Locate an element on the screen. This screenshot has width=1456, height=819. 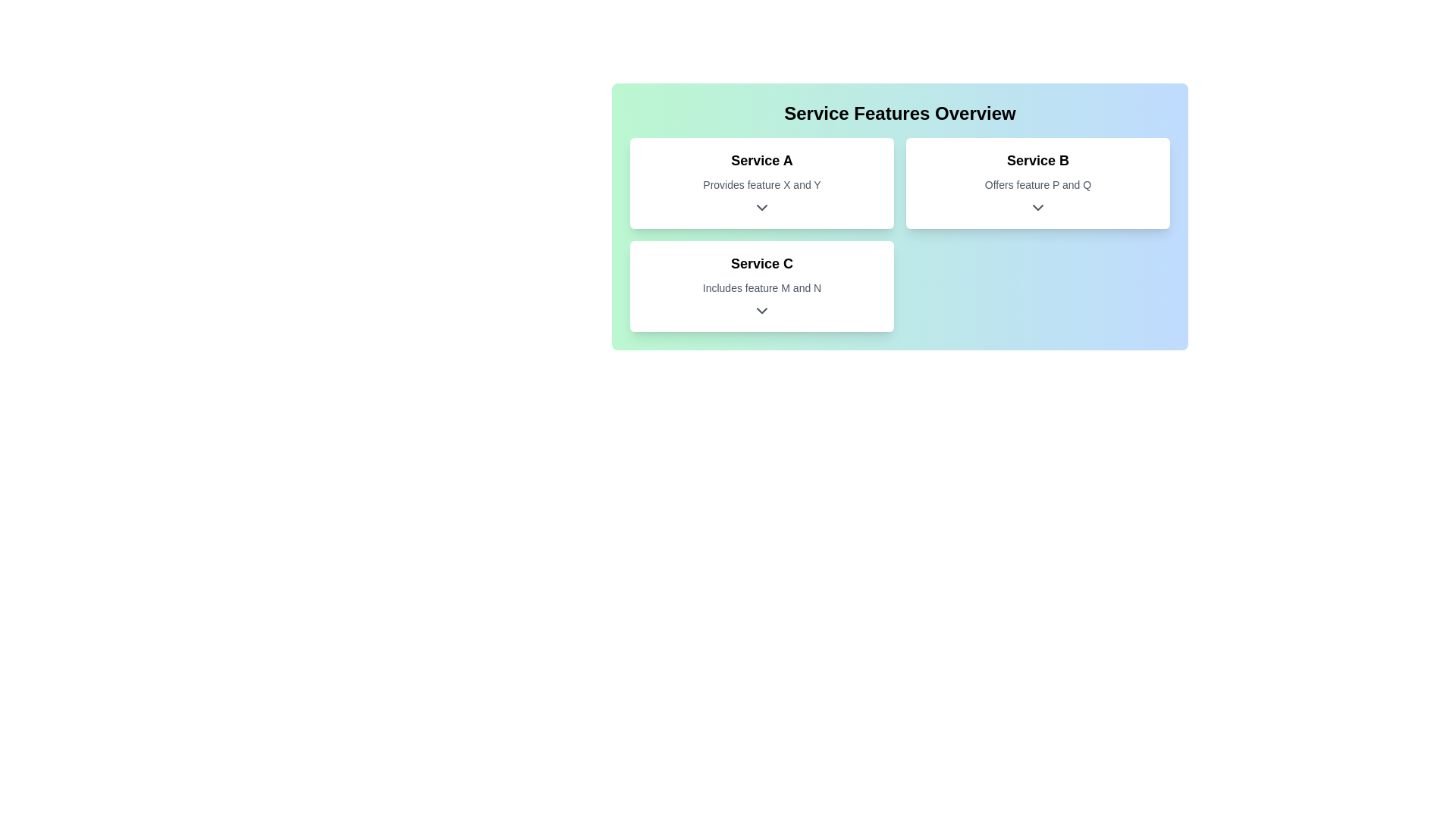
the static text element that provides a brief description of the features included in 'Service C', located in the second card of the grid, below the card title and above the chevron-down icon is located at coordinates (761, 288).